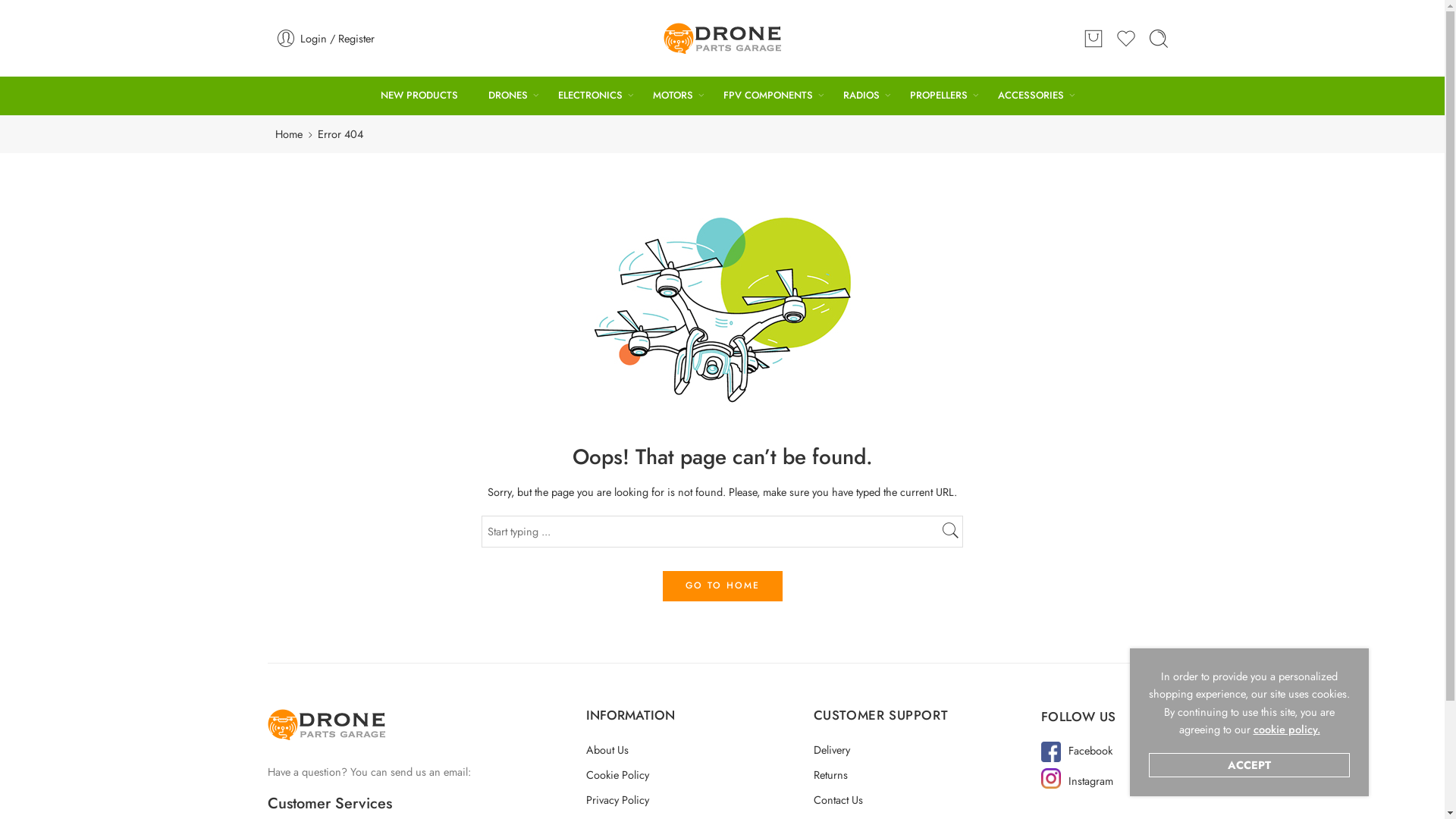  Describe the element at coordinates (589, 96) in the screenshot. I see `'ELECTRONICS'` at that location.